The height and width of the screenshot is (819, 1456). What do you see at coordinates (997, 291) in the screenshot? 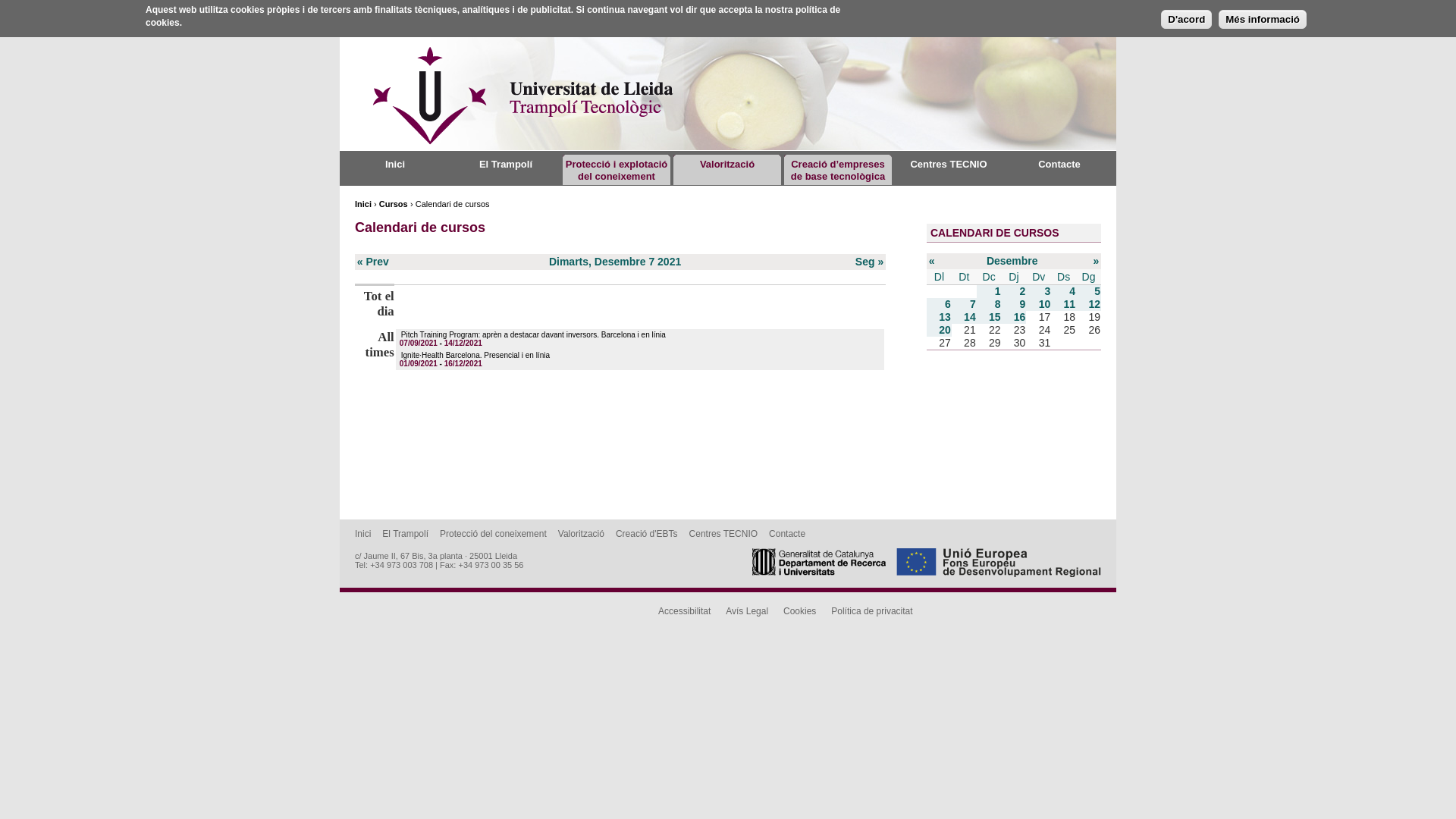
I see `'1'` at bounding box center [997, 291].